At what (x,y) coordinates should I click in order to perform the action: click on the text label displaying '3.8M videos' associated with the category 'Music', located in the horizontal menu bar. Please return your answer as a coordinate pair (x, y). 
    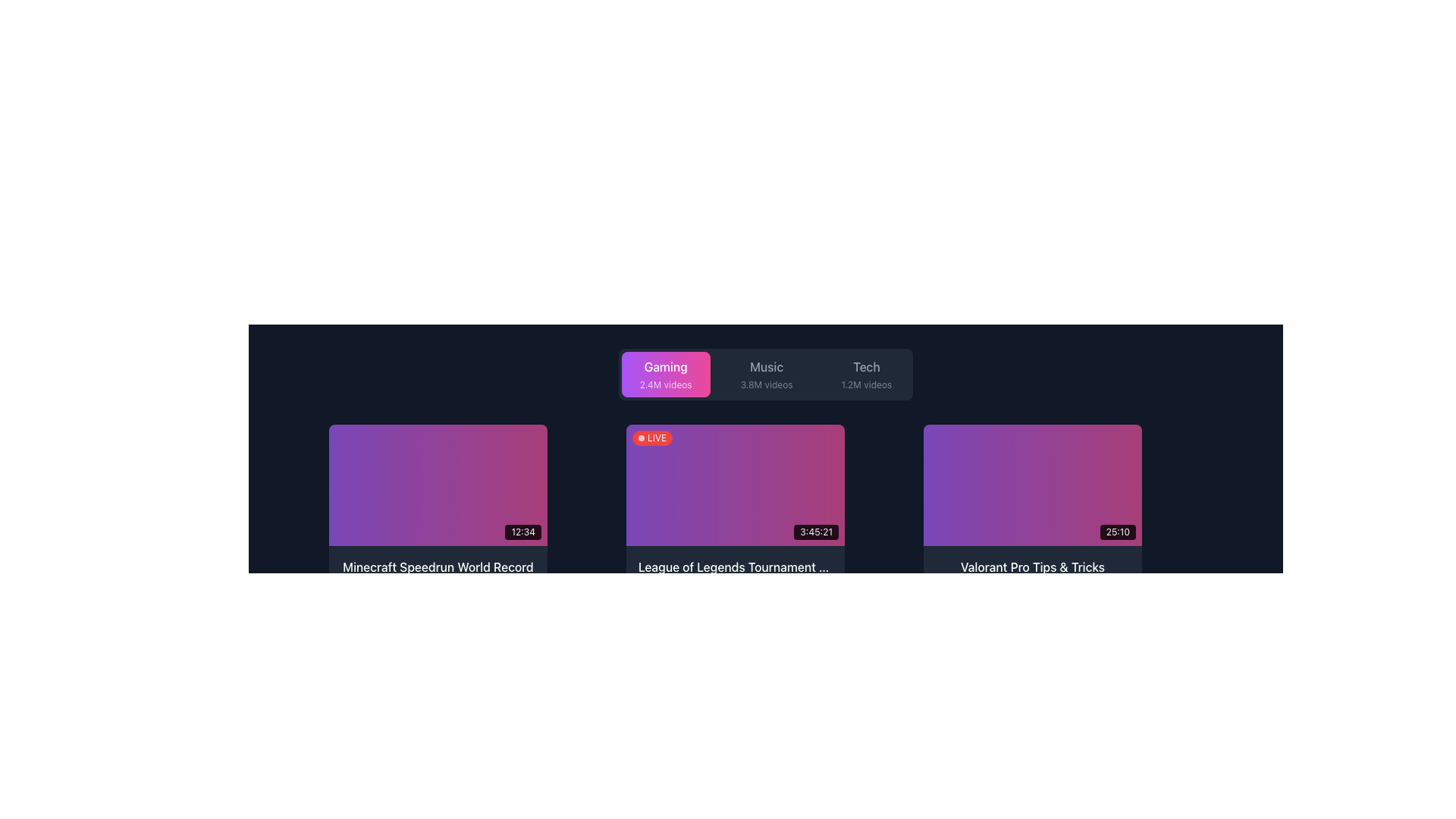
    Looking at the image, I should click on (767, 384).